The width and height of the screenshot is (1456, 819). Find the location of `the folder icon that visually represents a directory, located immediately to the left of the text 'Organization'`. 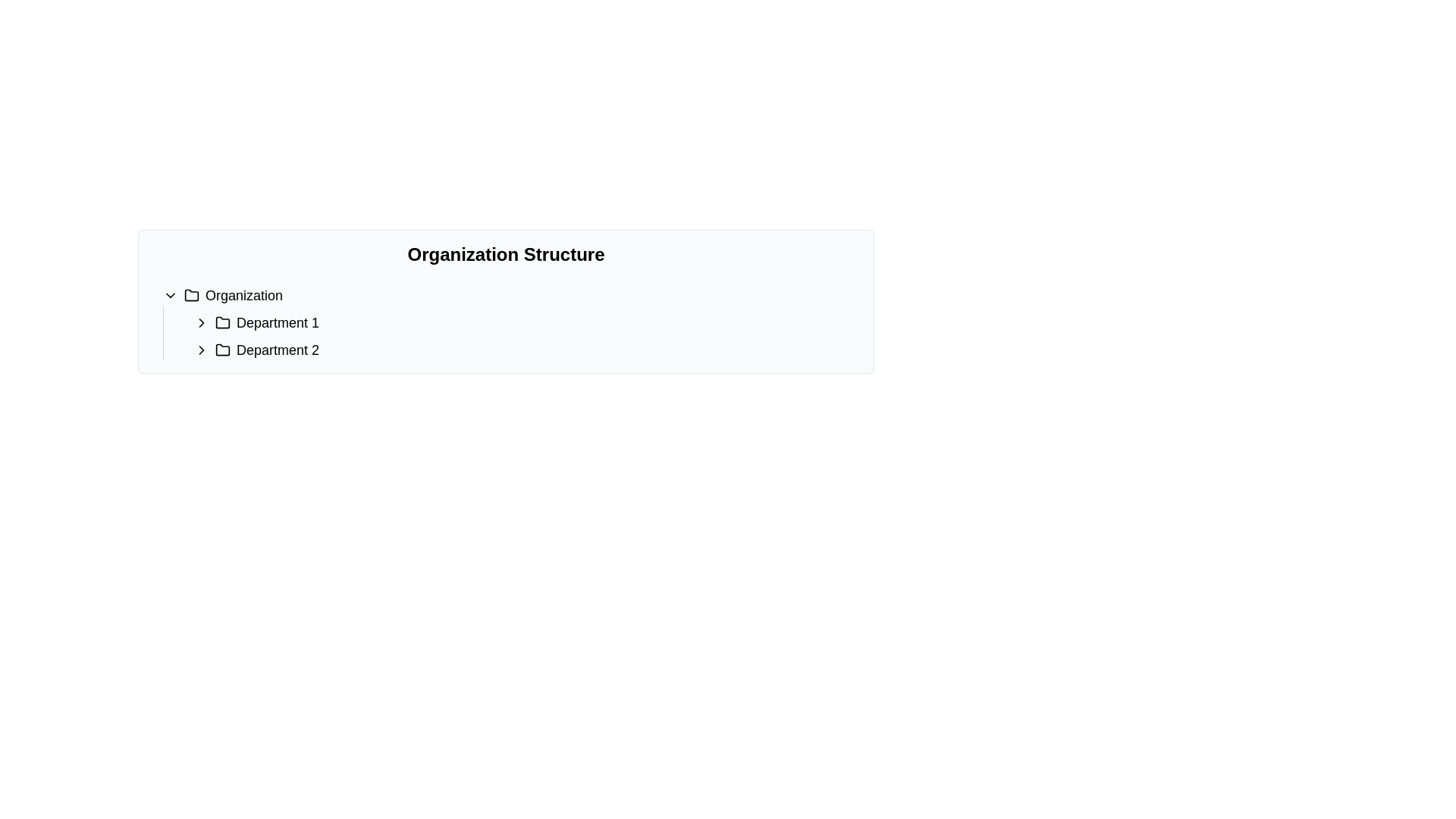

the folder icon that visually represents a directory, located immediately to the left of the text 'Organization' is located at coordinates (191, 295).